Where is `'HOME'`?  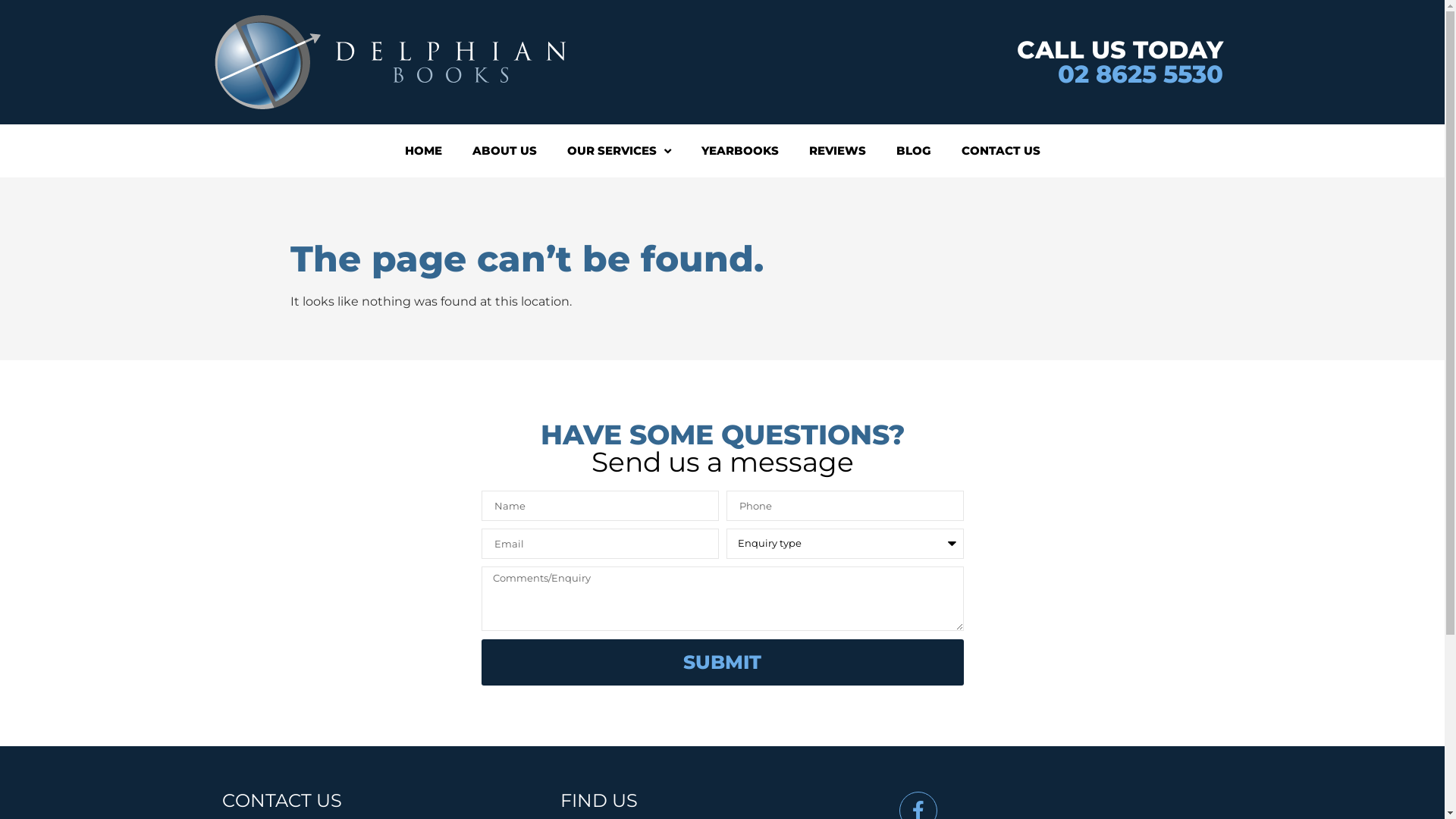
'HOME' is located at coordinates (423, 151).